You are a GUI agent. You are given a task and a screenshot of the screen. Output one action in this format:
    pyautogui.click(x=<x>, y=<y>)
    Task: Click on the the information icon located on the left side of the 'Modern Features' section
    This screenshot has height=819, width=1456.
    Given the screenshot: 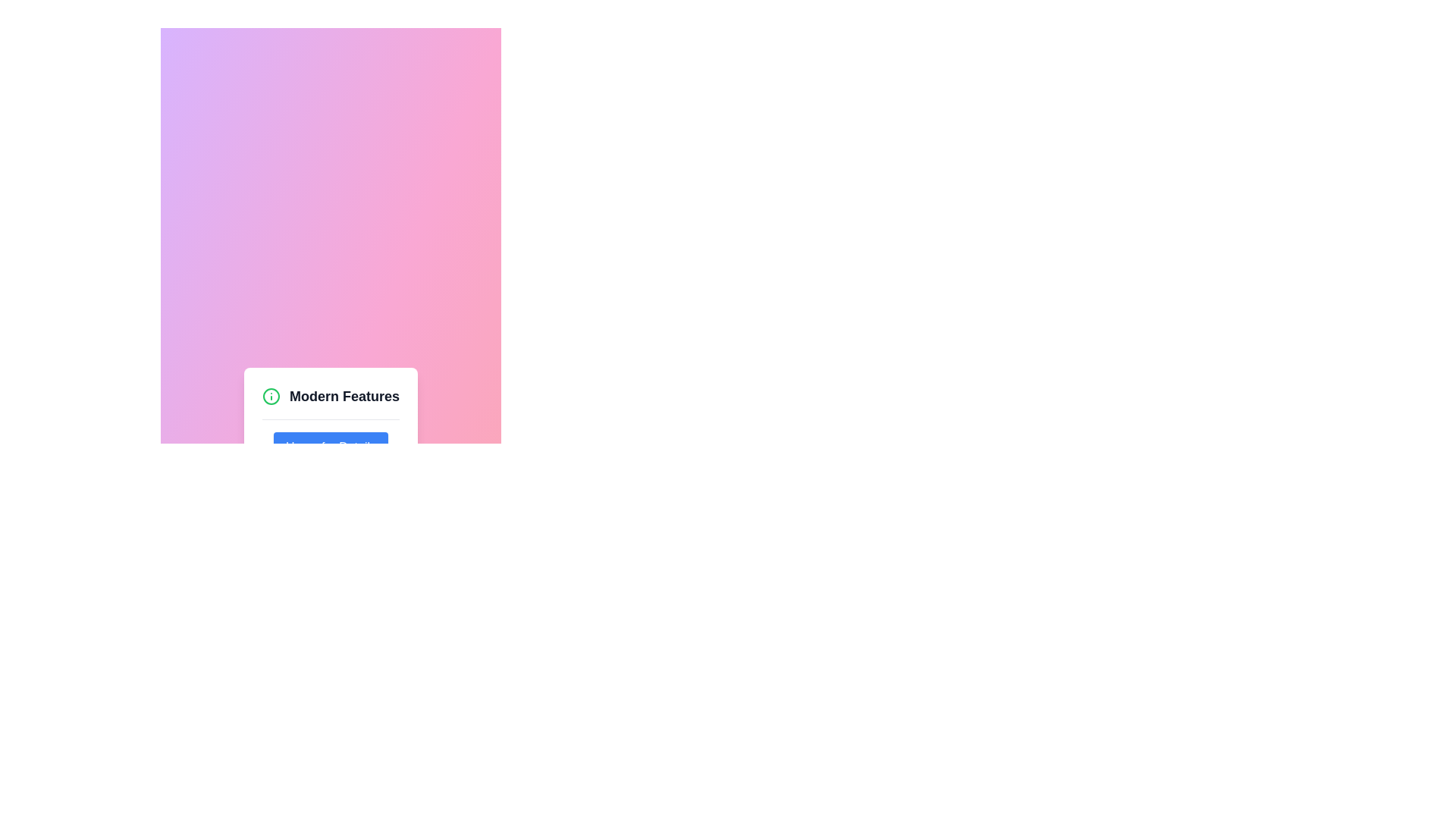 What is the action you would take?
    pyautogui.click(x=271, y=395)
    